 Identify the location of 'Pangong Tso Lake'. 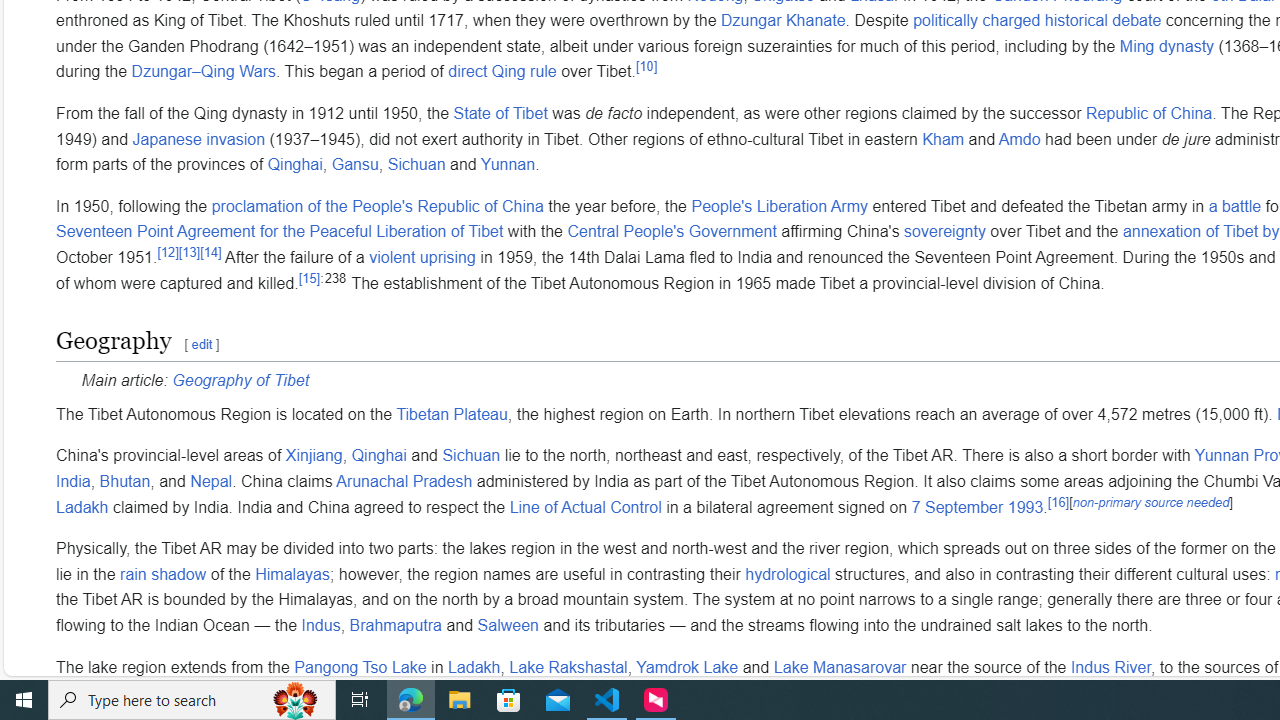
(360, 667).